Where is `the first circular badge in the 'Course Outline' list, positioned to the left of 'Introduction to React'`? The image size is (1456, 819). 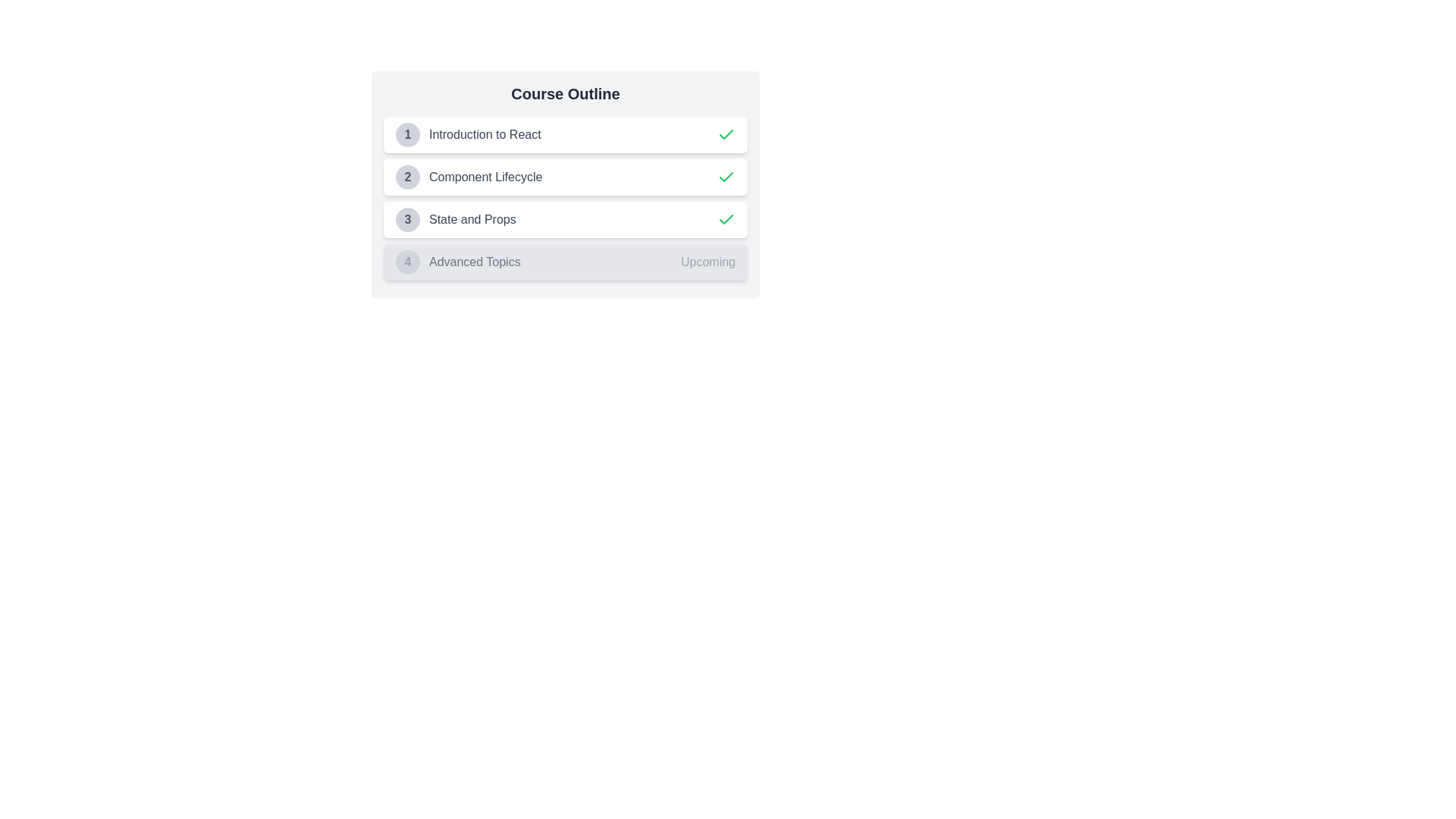 the first circular badge in the 'Course Outline' list, positioned to the left of 'Introduction to React' is located at coordinates (407, 133).